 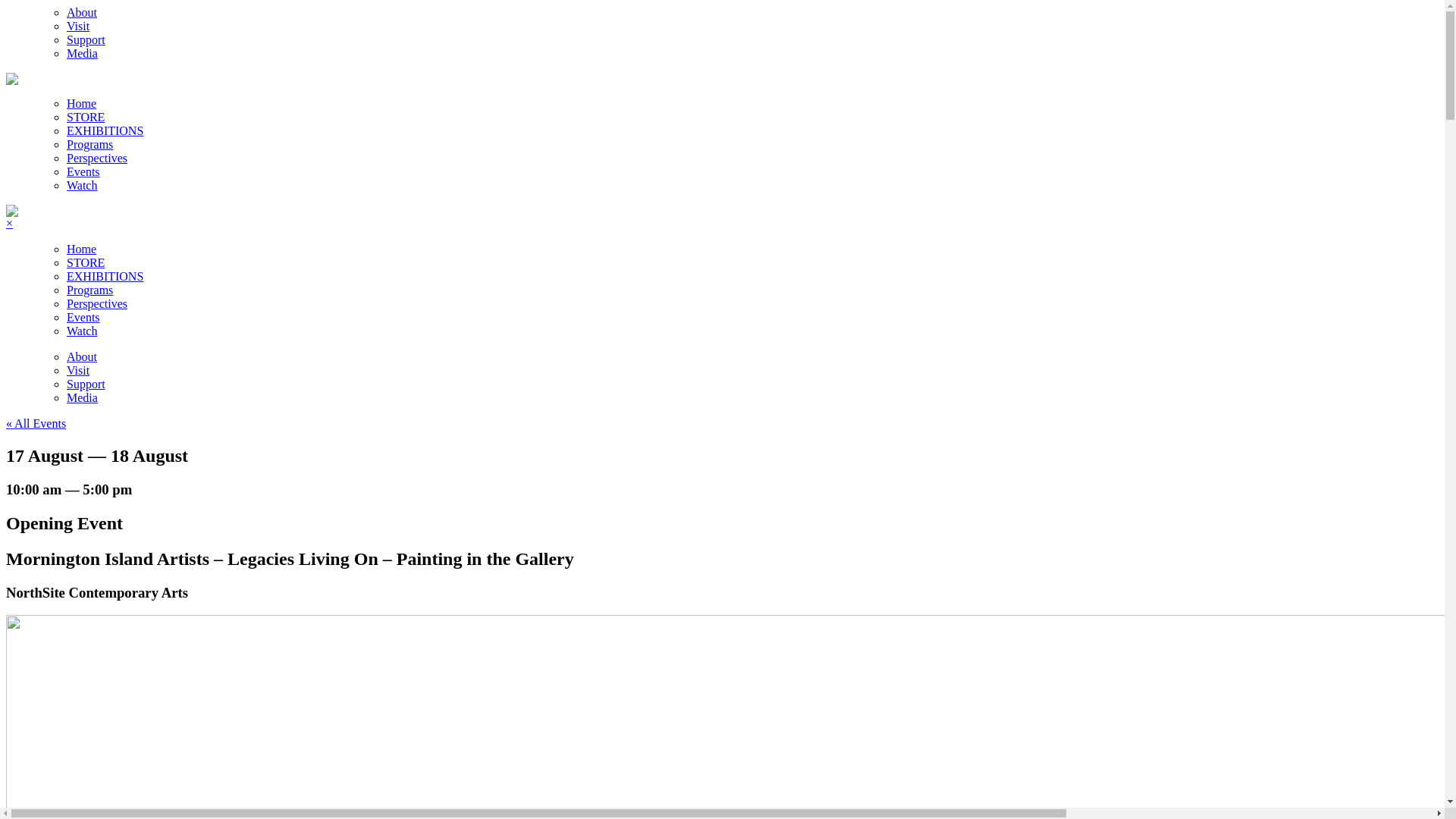 What do you see at coordinates (85, 116) in the screenshot?
I see `'STORE'` at bounding box center [85, 116].